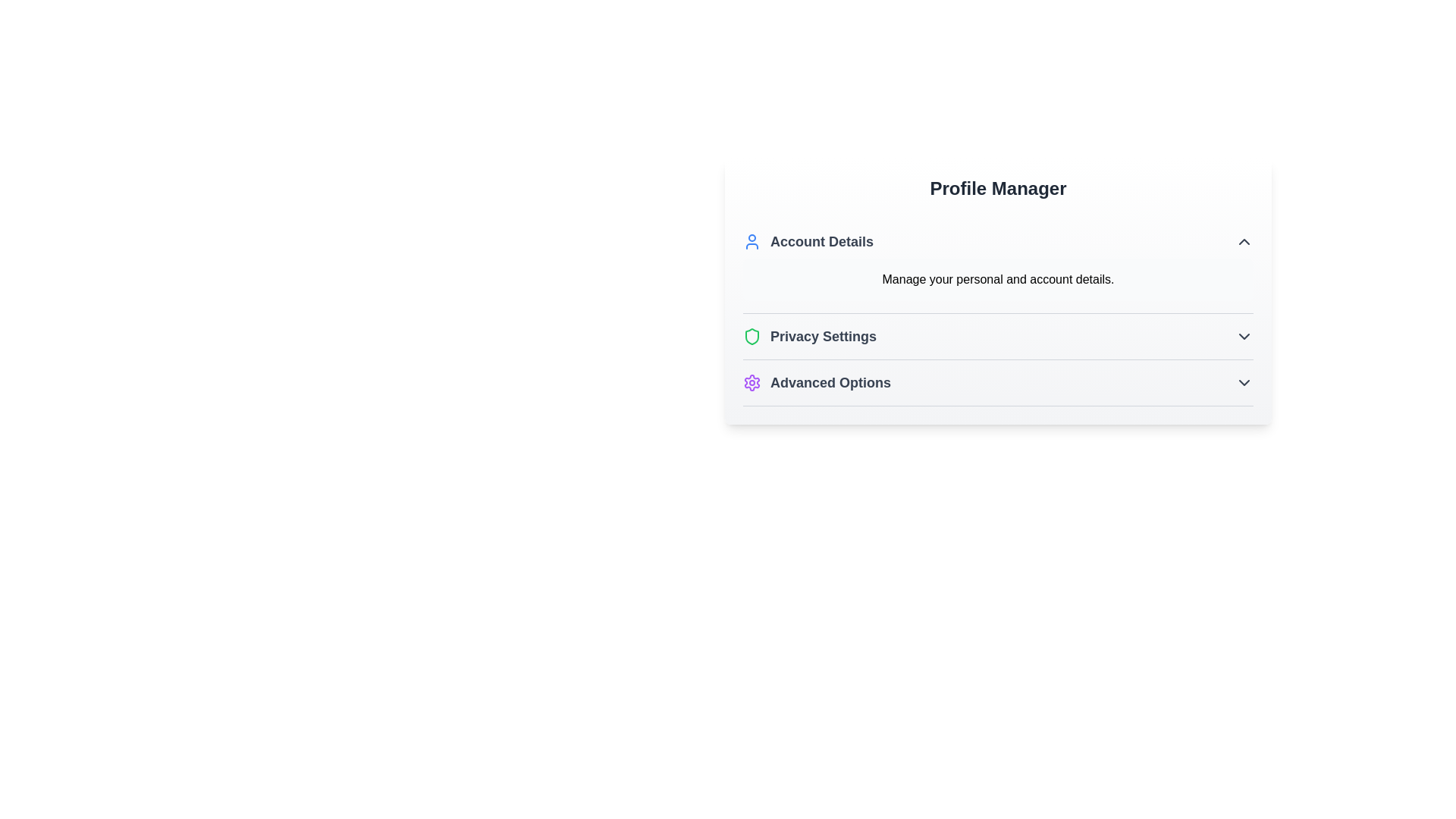 This screenshot has height=819, width=1456. What do you see at coordinates (830, 382) in the screenshot?
I see `the text label that displays 'Advanced Options', located under 'Privacy Settings' in the 'Profile Manager' section` at bounding box center [830, 382].